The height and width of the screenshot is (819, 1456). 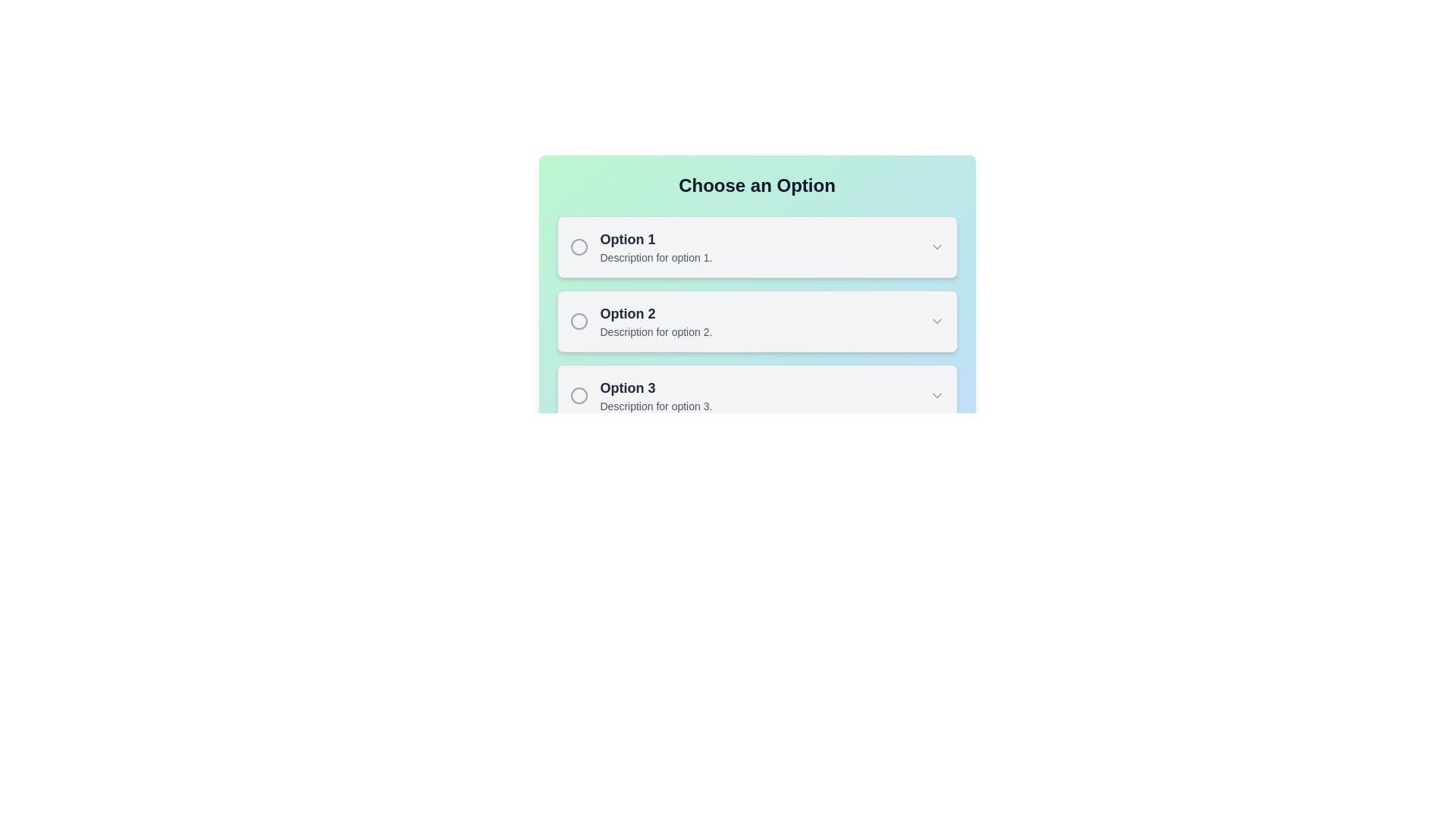 I want to click on the center of the graphic icon representing 'Option 2', so click(x=578, y=321).